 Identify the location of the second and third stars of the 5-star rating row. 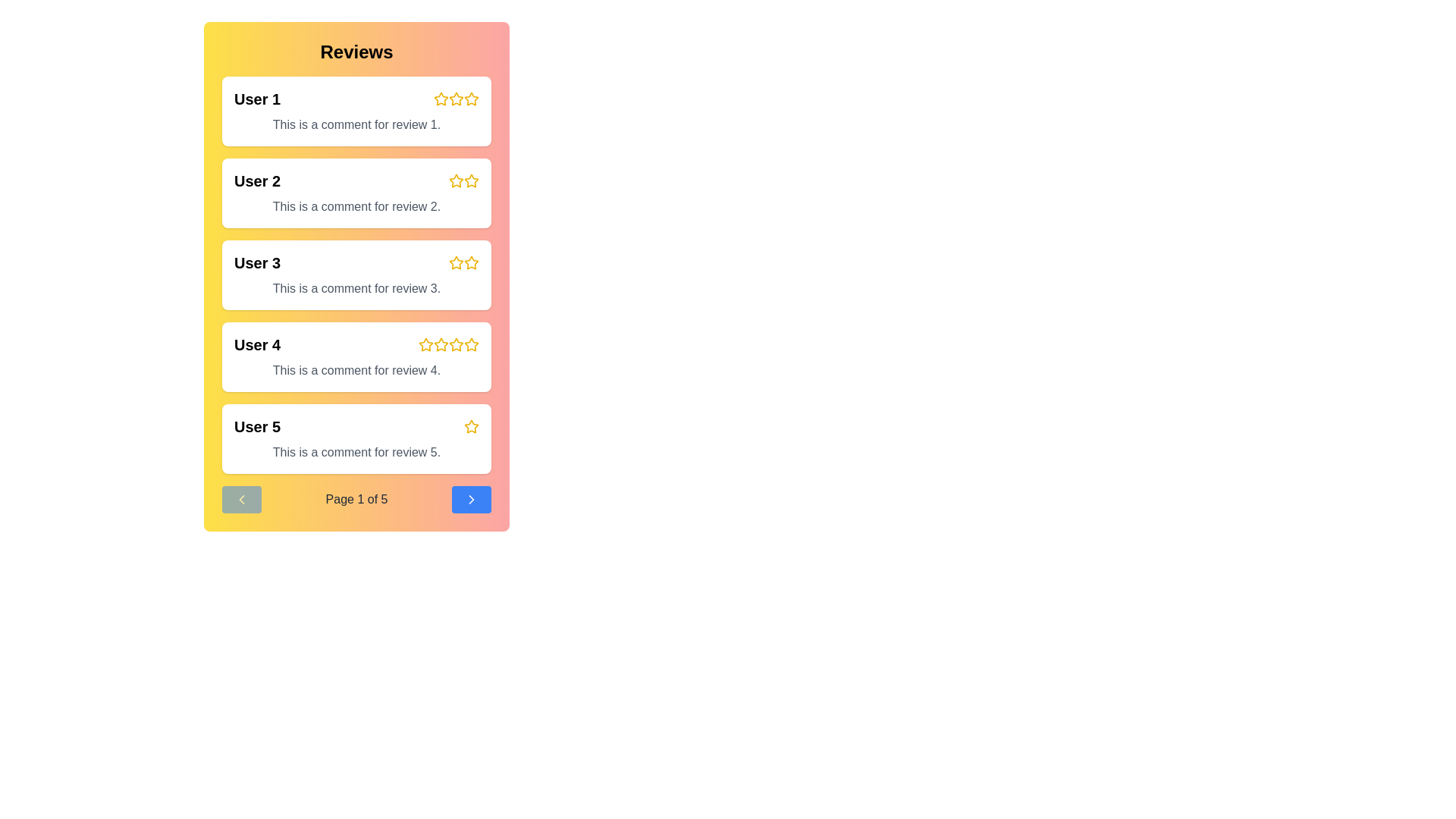
(463, 180).